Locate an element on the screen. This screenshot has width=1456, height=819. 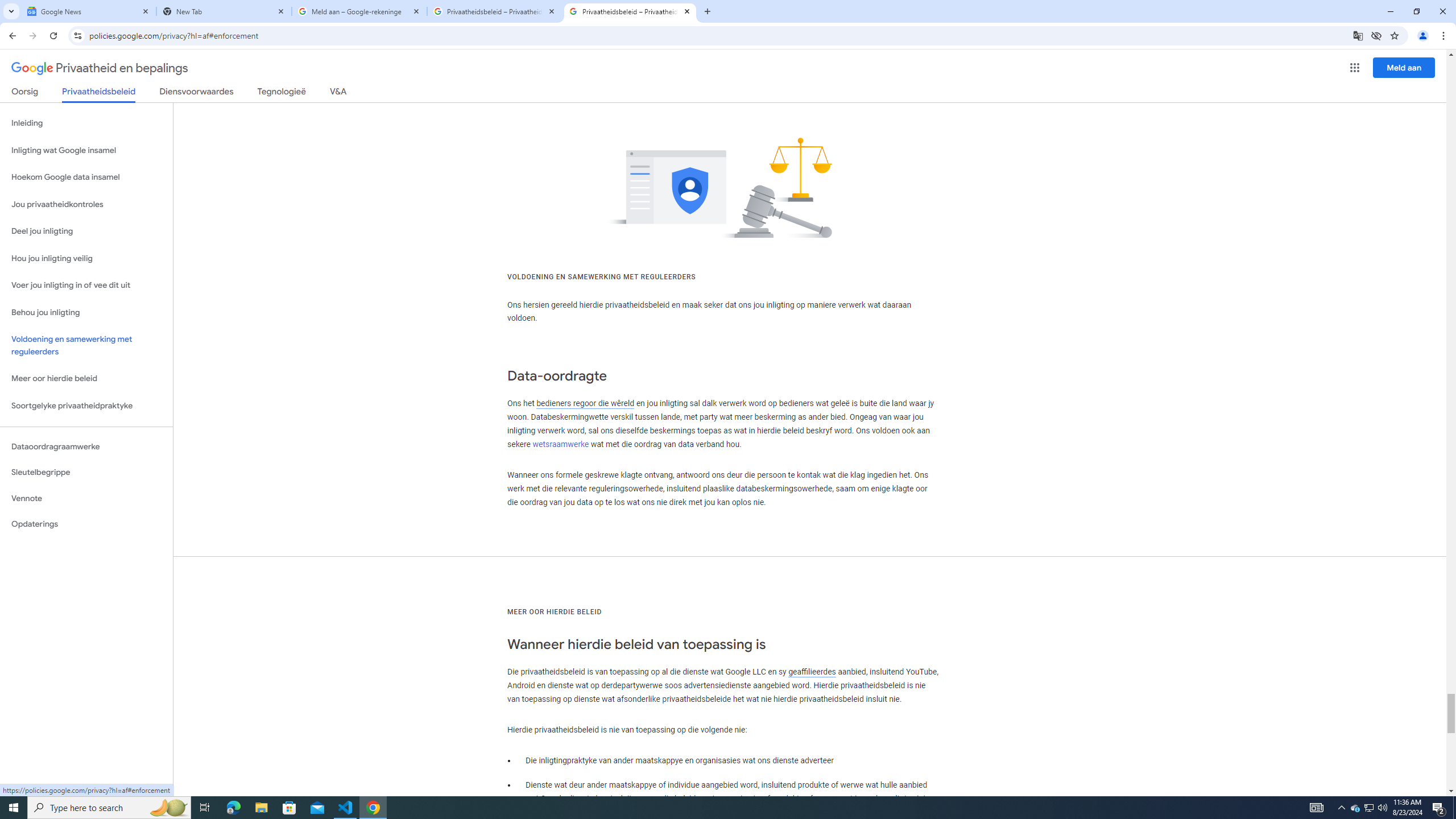
'Sleutelbegrippe' is located at coordinates (86, 472).